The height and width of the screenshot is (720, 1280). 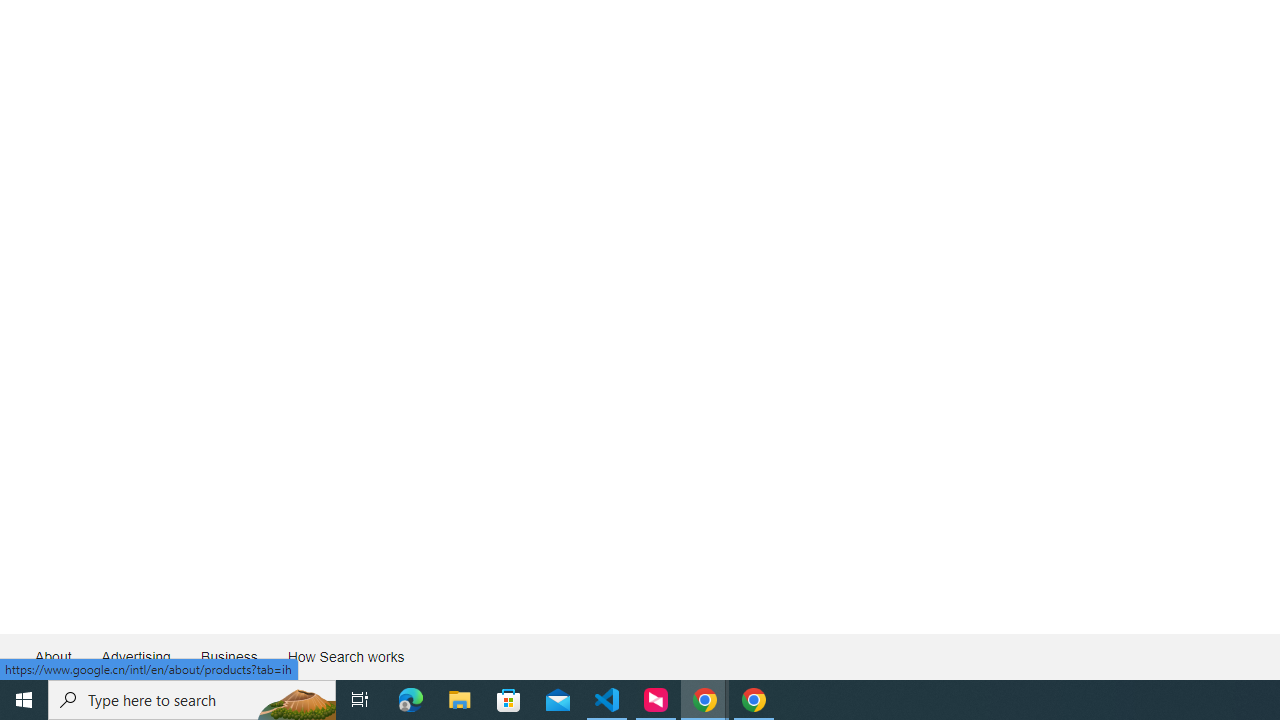 I want to click on 'Advertising', so click(x=134, y=657).